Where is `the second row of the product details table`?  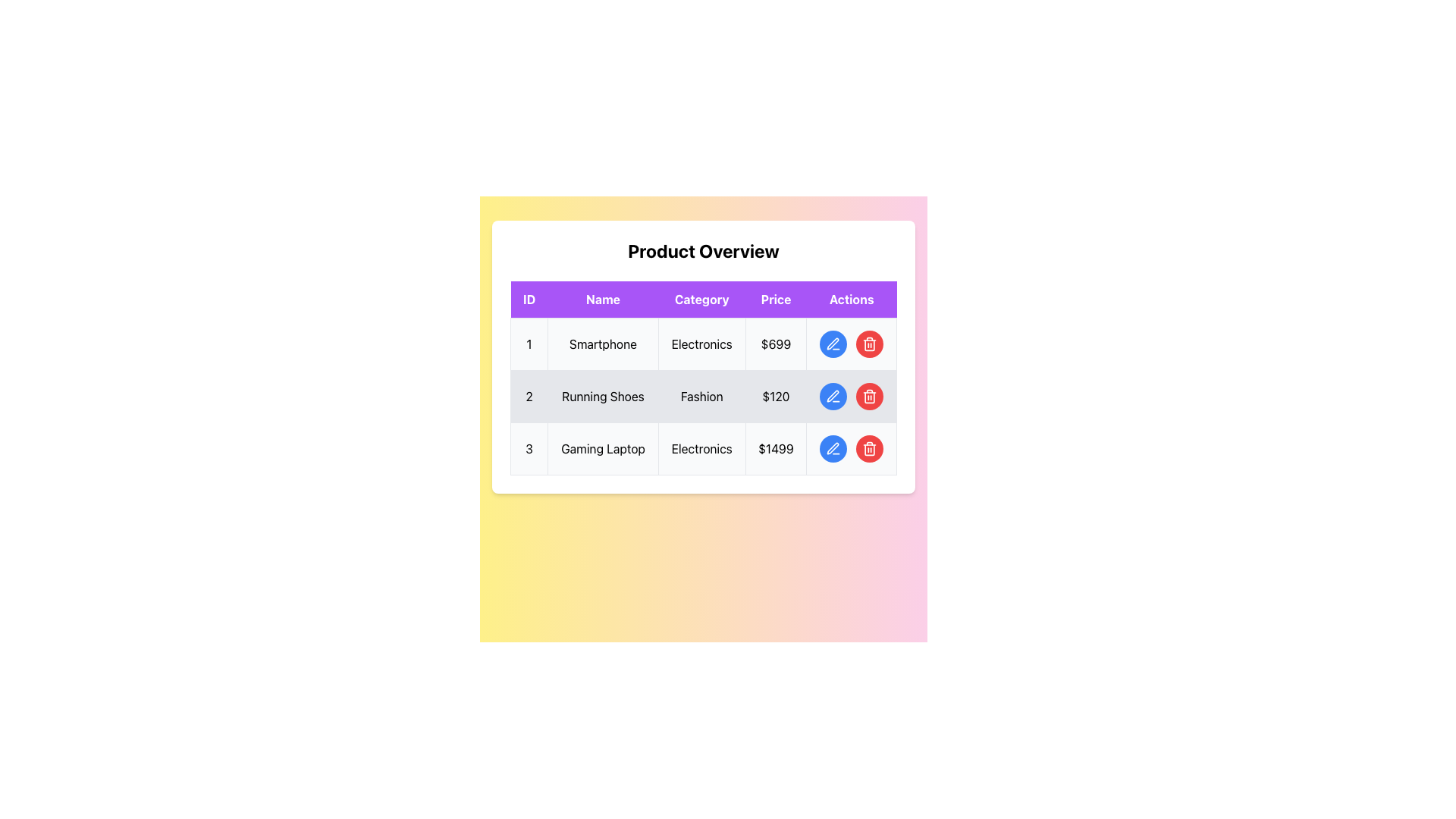 the second row of the product details table is located at coordinates (702, 396).